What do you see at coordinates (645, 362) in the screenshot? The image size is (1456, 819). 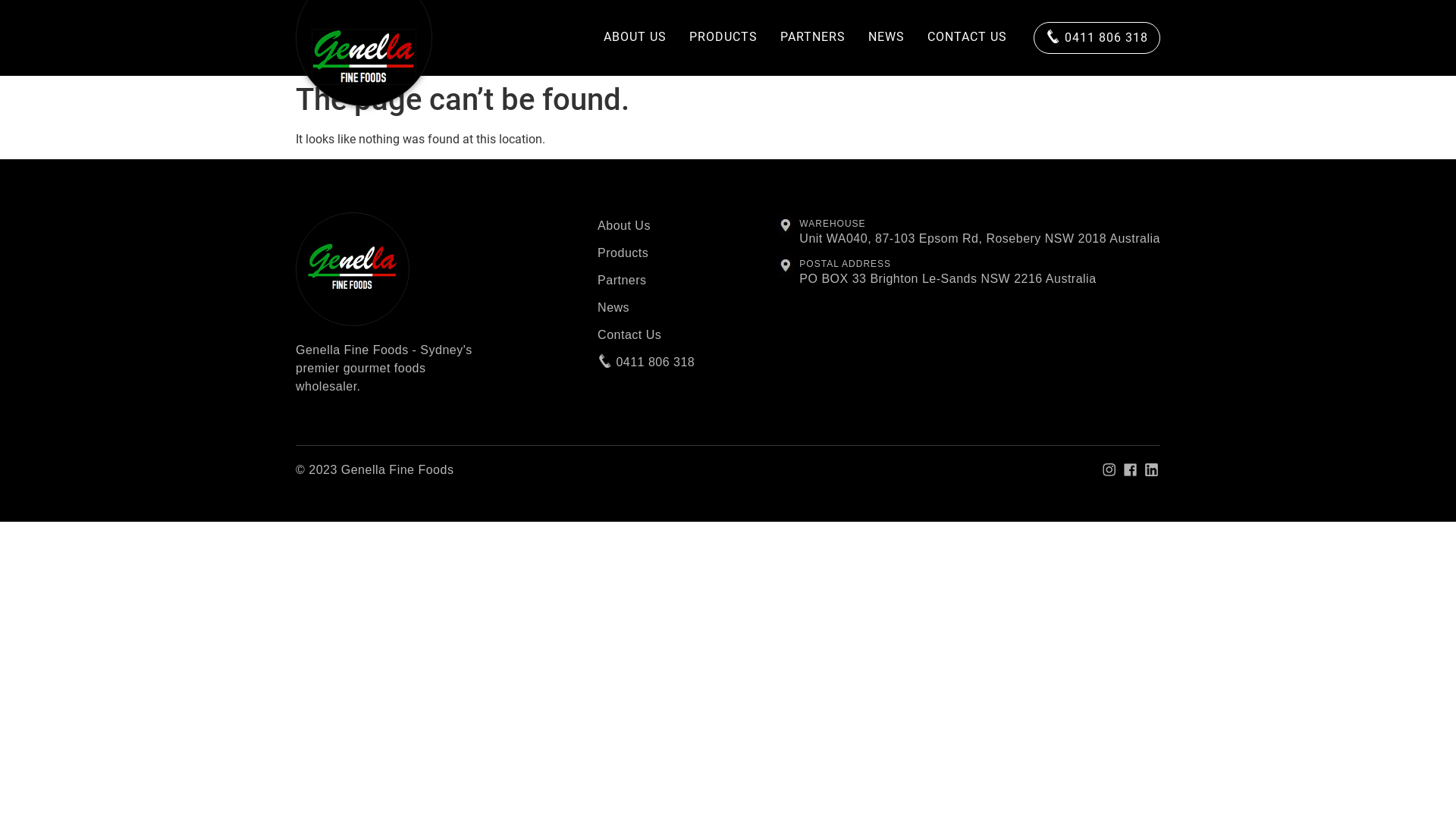 I see `'0411 806 318'` at bounding box center [645, 362].